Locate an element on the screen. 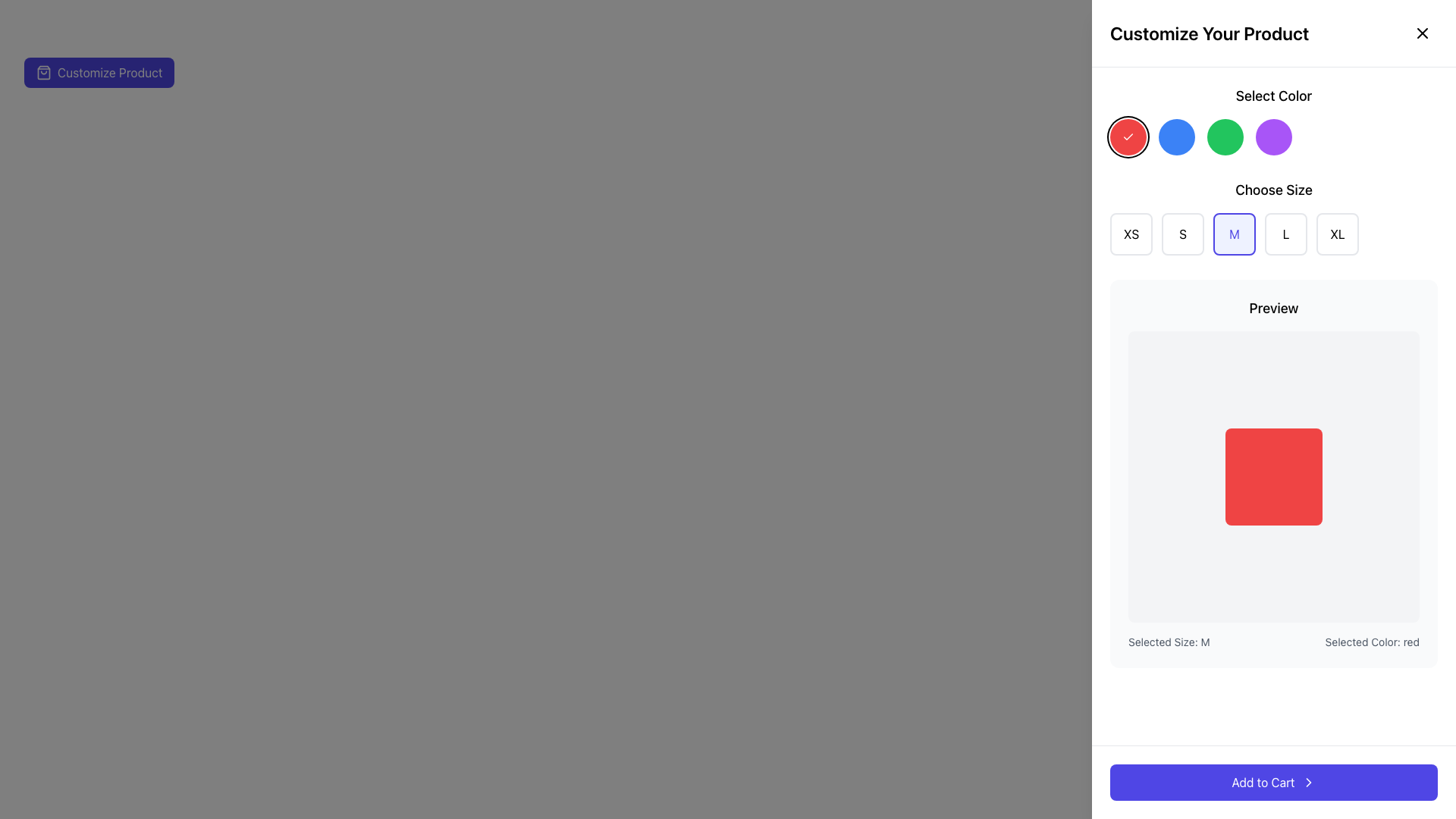 Image resolution: width=1456 pixels, height=819 pixels. the lower-left stroke of the 'X' shape close button located in the top-right corner of the 'Customize Your Product' modal panel is located at coordinates (1422, 33).